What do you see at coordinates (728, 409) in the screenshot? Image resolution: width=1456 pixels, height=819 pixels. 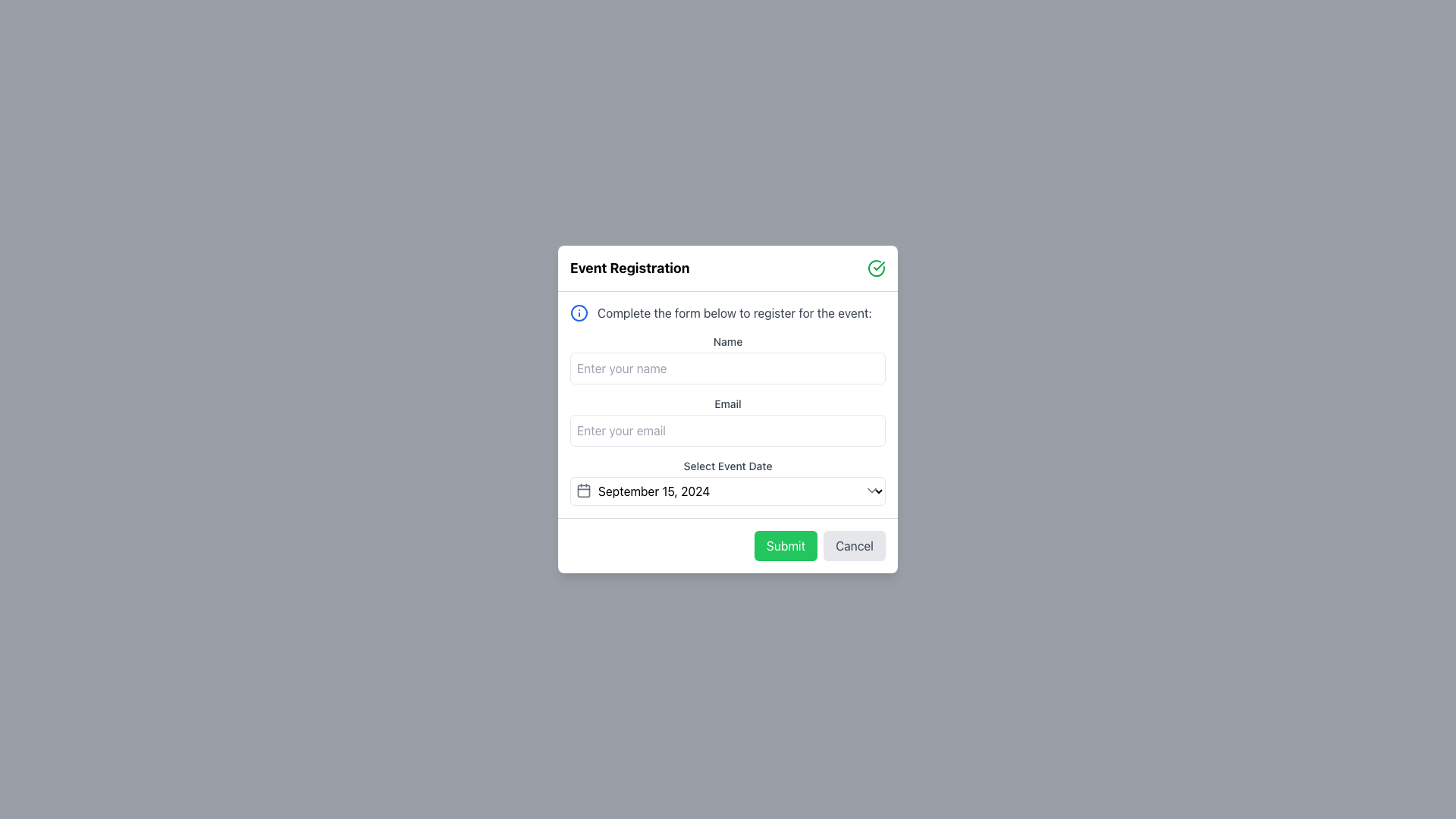 I see `inside the form fields of the 'Event Registration' modal dialog to input text` at bounding box center [728, 409].